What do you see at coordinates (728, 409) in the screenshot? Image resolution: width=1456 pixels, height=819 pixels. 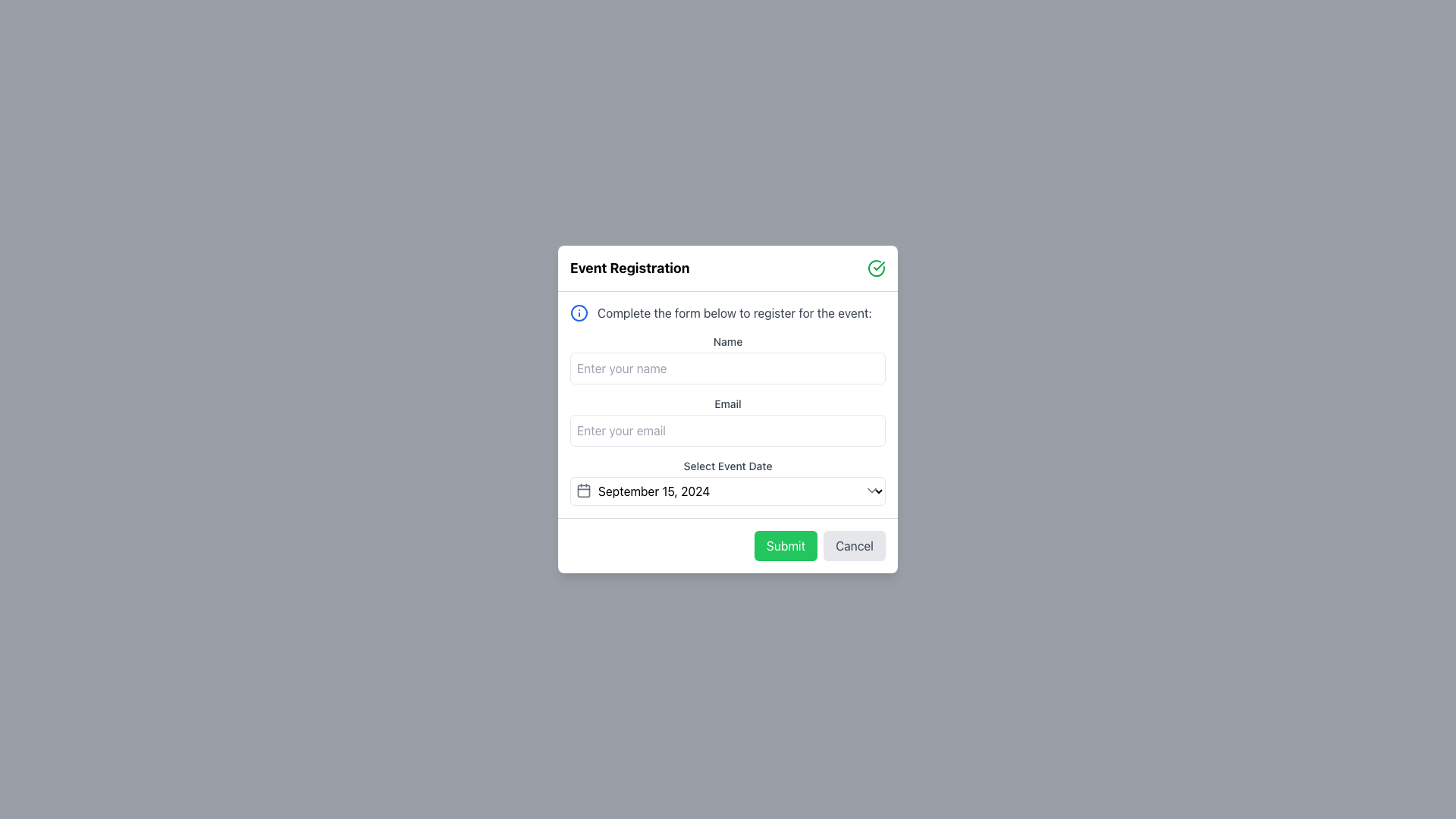 I see `inside the form fields of the 'Event Registration' modal dialog to input text` at bounding box center [728, 409].